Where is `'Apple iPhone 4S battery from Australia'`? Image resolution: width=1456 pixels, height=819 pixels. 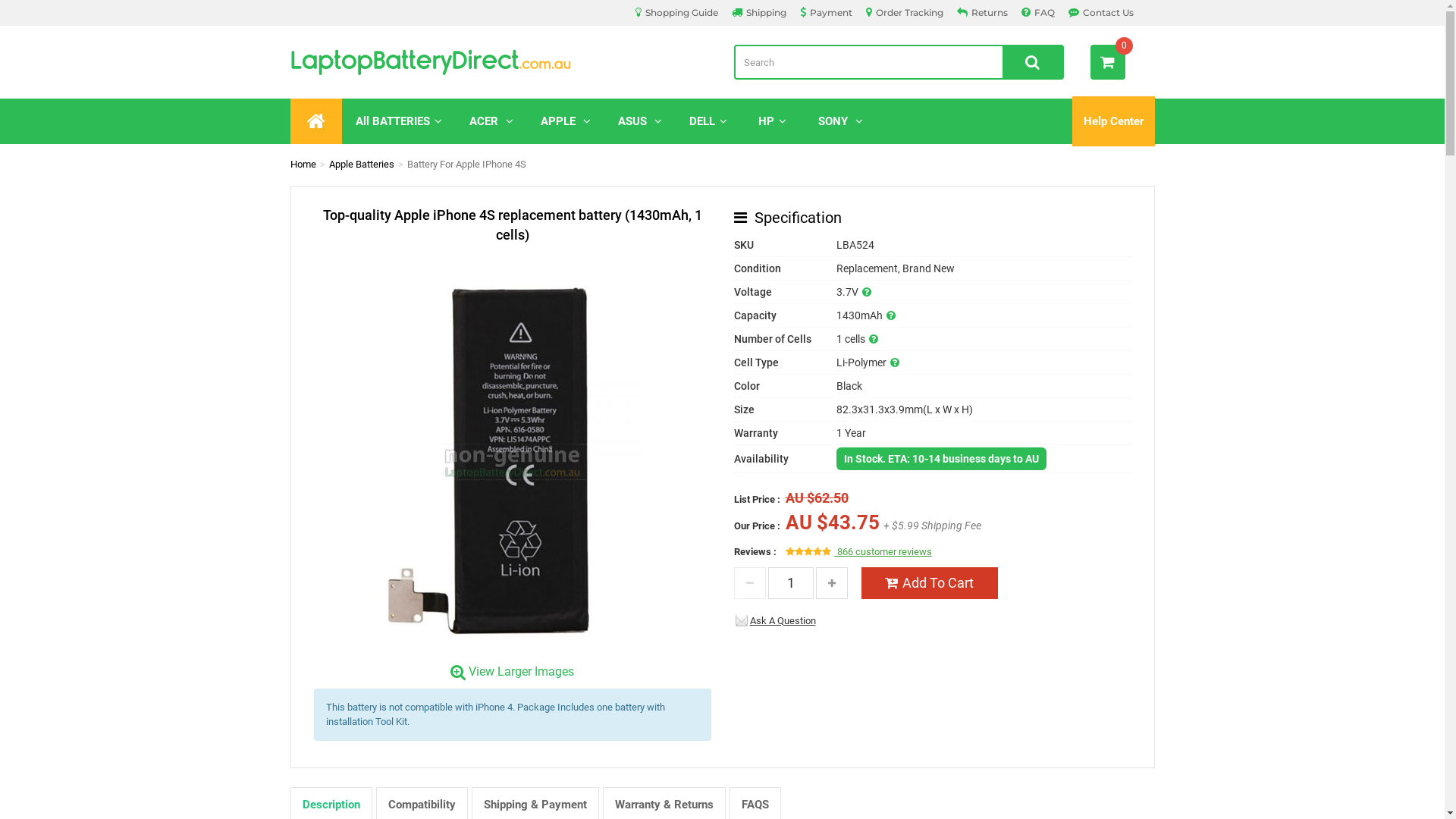
'Apple iPhone 4S battery from Australia' is located at coordinates (512, 453).